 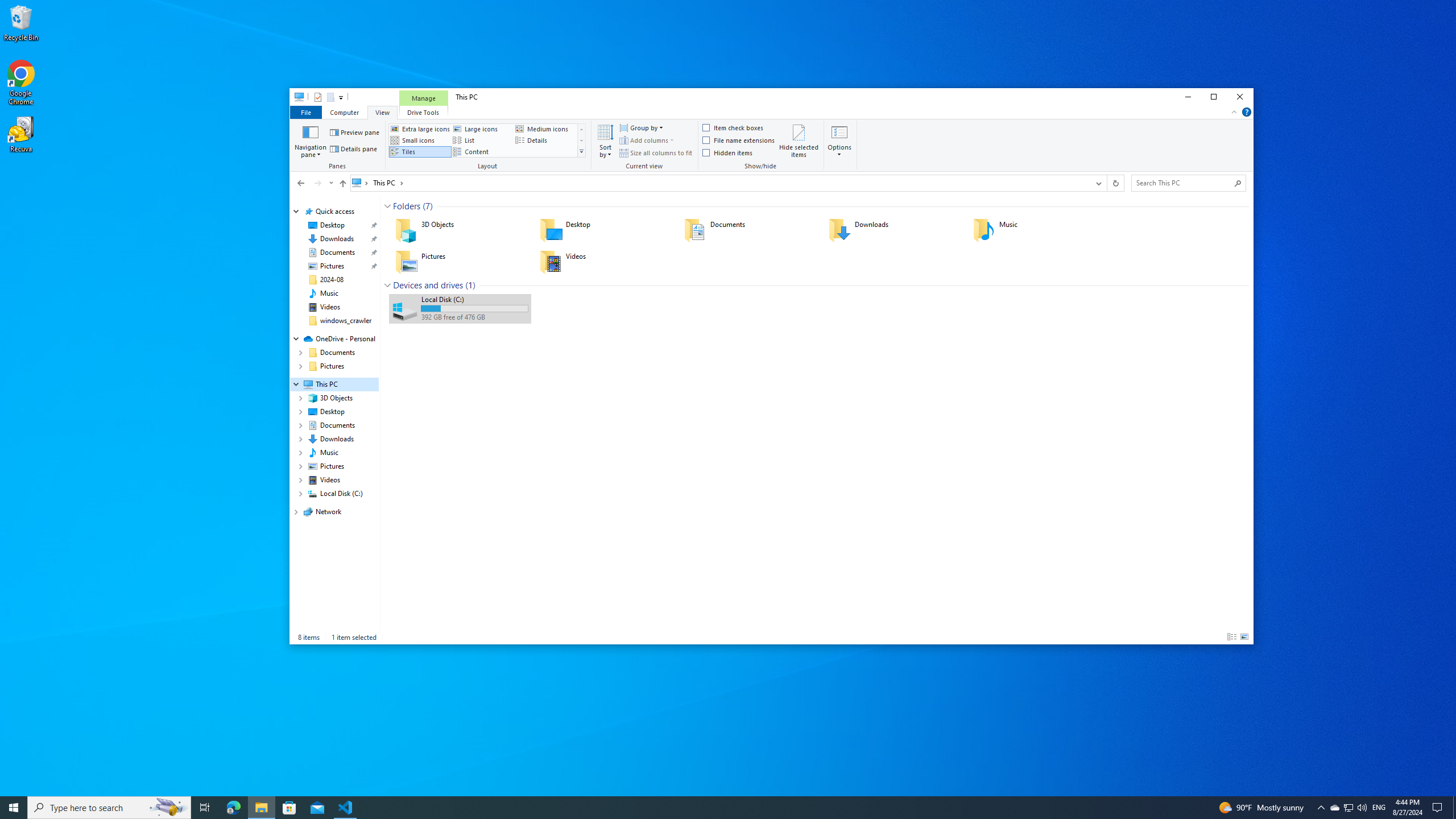 What do you see at coordinates (603, 261) in the screenshot?
I see `'Videos'` at bounding box center [603, 261].